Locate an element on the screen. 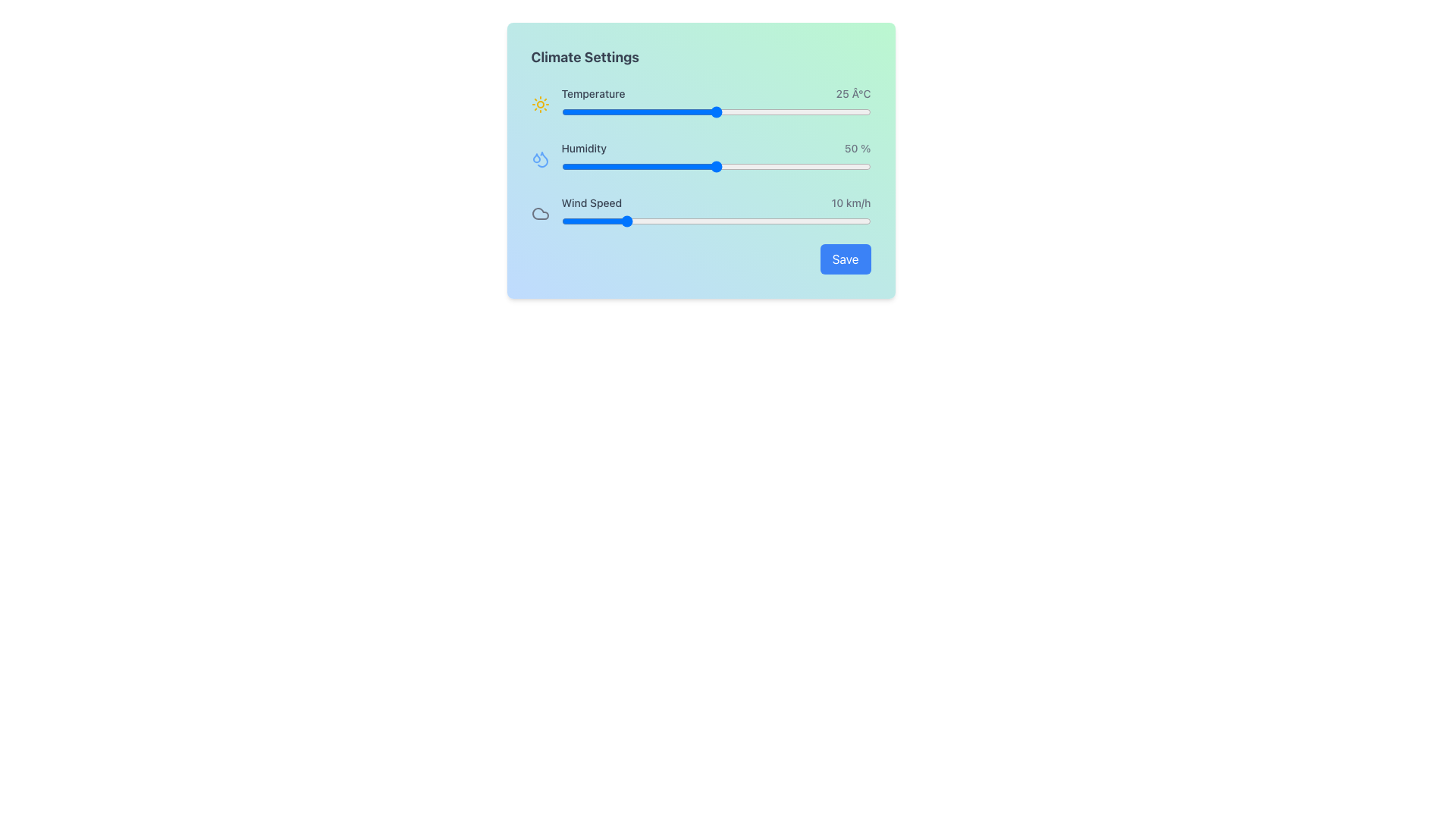 This screenshot has width=1456, height=819. the slider is located at coordinates (672, 111).